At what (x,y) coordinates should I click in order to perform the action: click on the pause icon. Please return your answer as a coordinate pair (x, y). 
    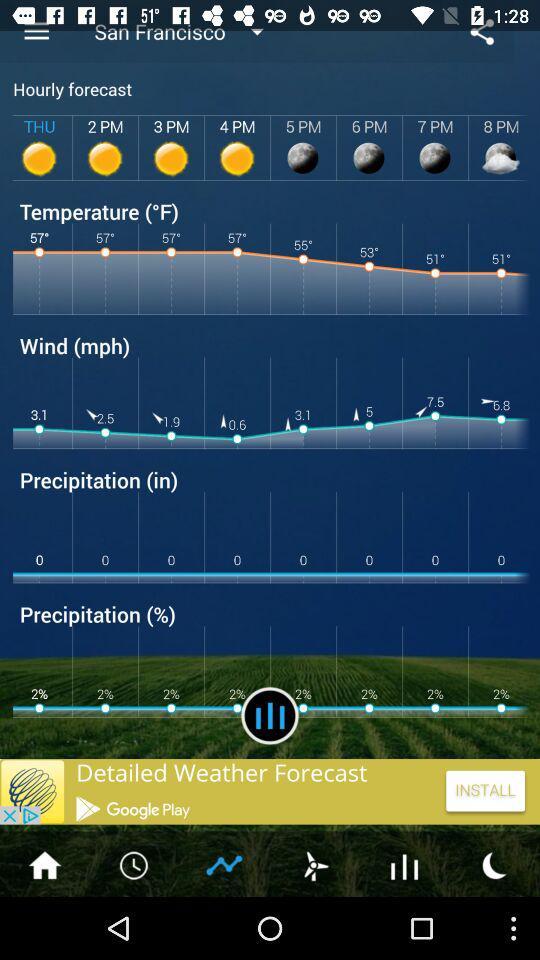
    Looking at the image, I should click on (270, 765).